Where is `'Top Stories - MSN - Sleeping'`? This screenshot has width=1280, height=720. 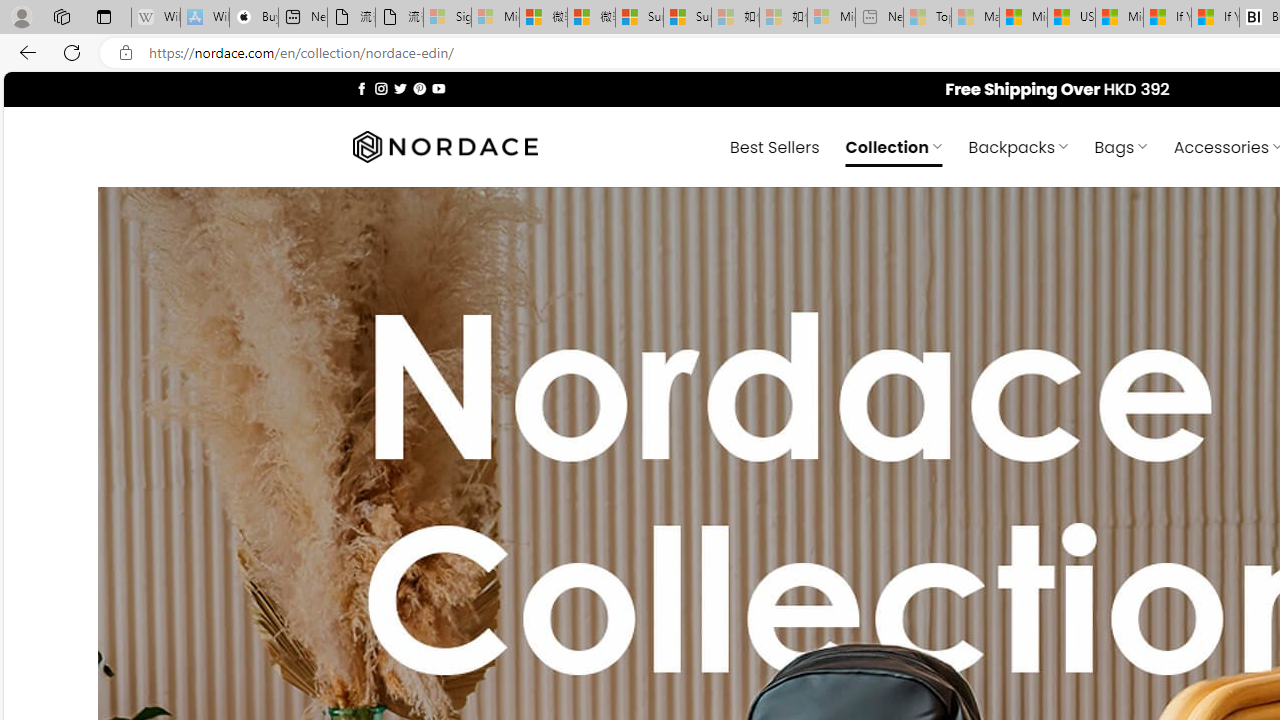 'Top Stories - MSN - Sleeping' is located at coordinates (926, 17).